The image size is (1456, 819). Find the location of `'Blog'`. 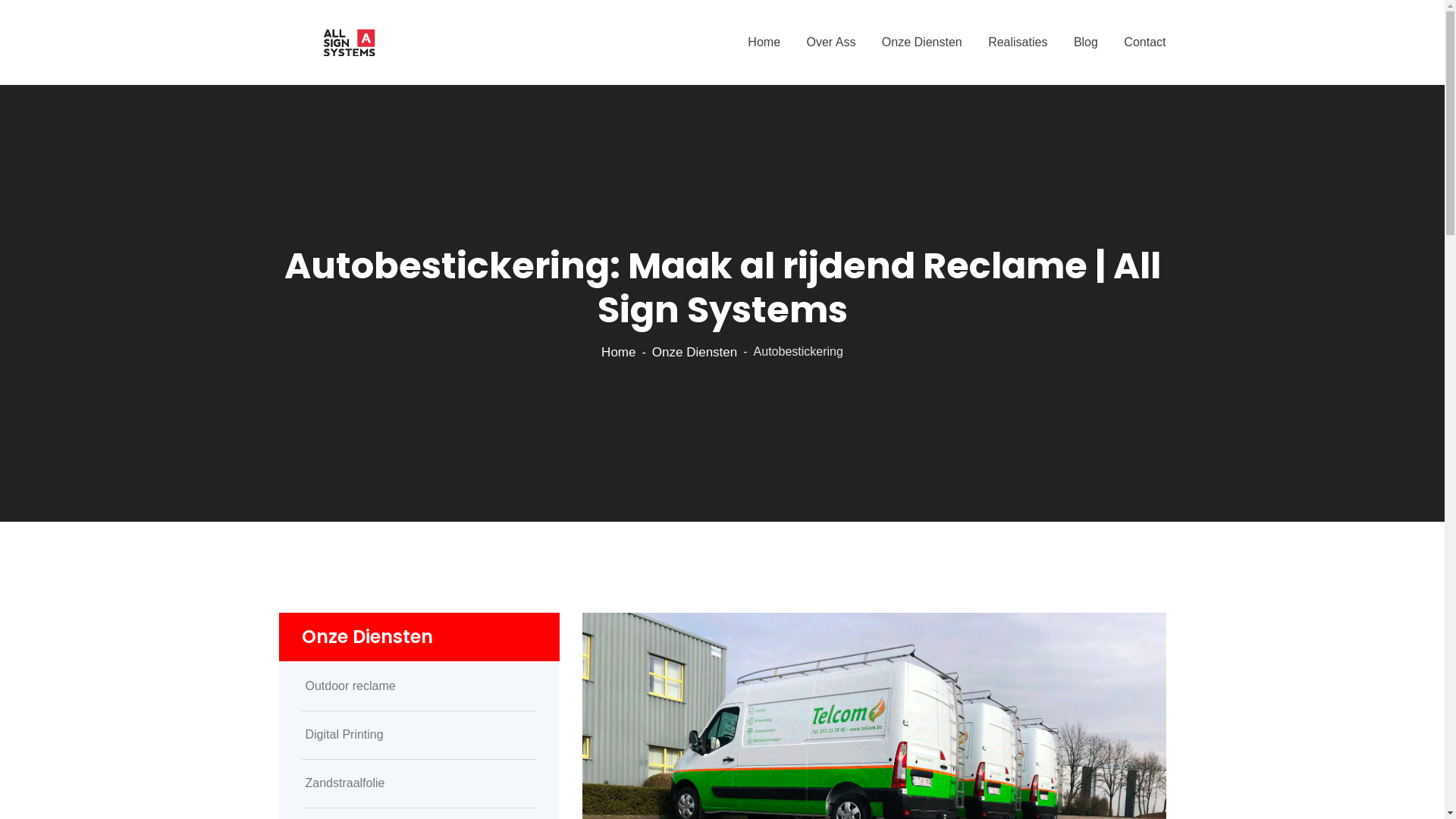

'Blog' is located at coordinates (1084, 42).